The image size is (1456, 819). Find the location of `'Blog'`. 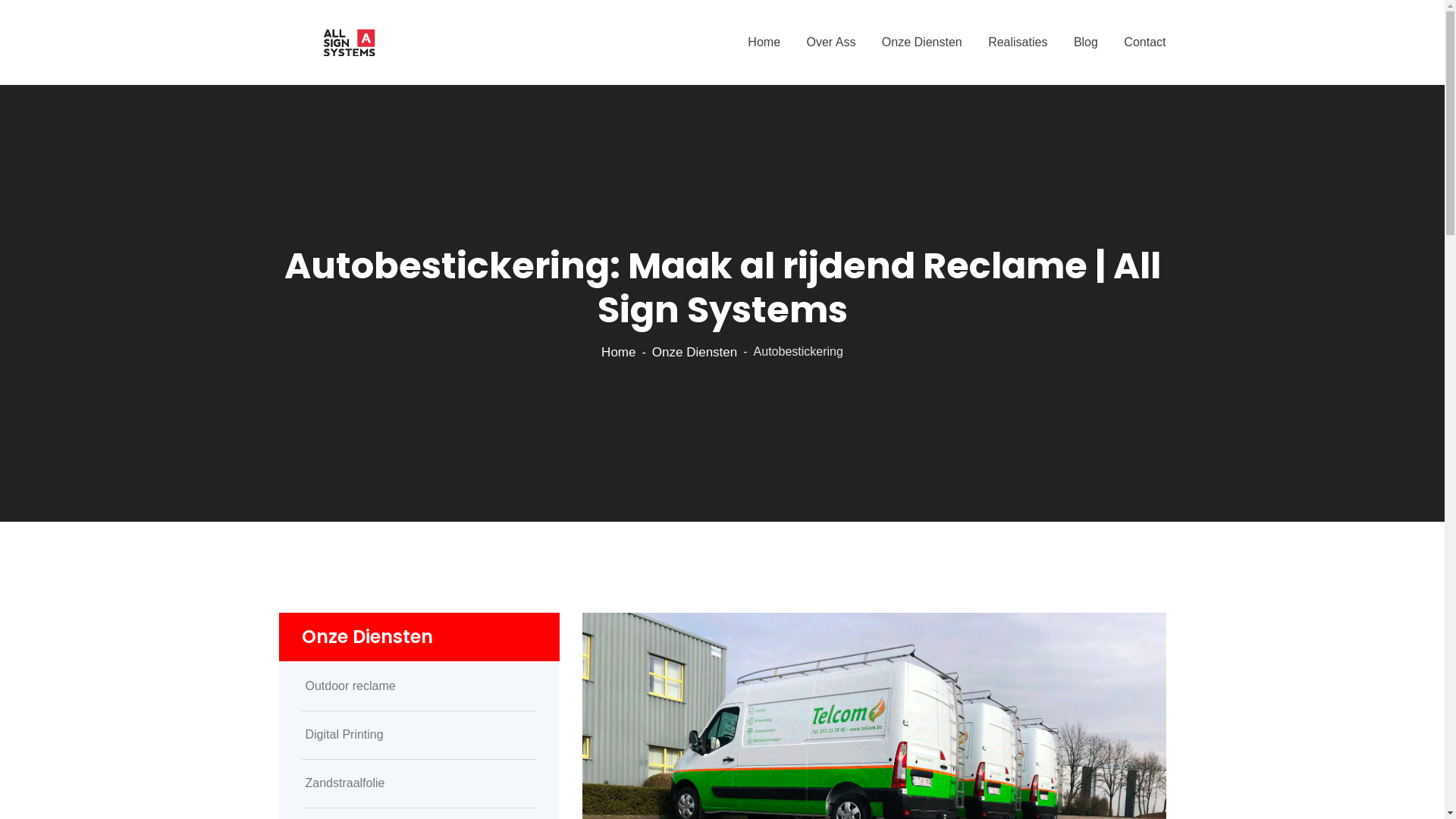

'Blog' is located at coordinates (1084, 42).